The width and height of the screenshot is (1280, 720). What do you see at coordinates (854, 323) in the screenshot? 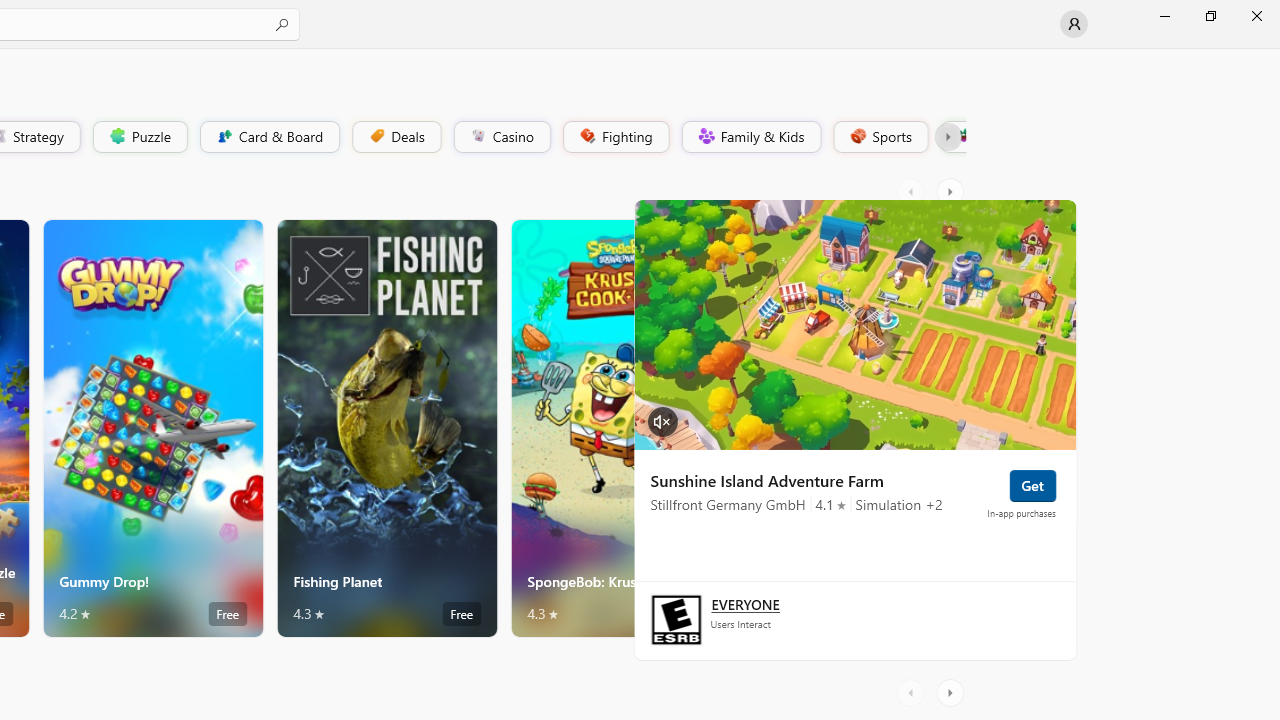
I see `'AutomationID: Image'` at bounding box center [854, 323].